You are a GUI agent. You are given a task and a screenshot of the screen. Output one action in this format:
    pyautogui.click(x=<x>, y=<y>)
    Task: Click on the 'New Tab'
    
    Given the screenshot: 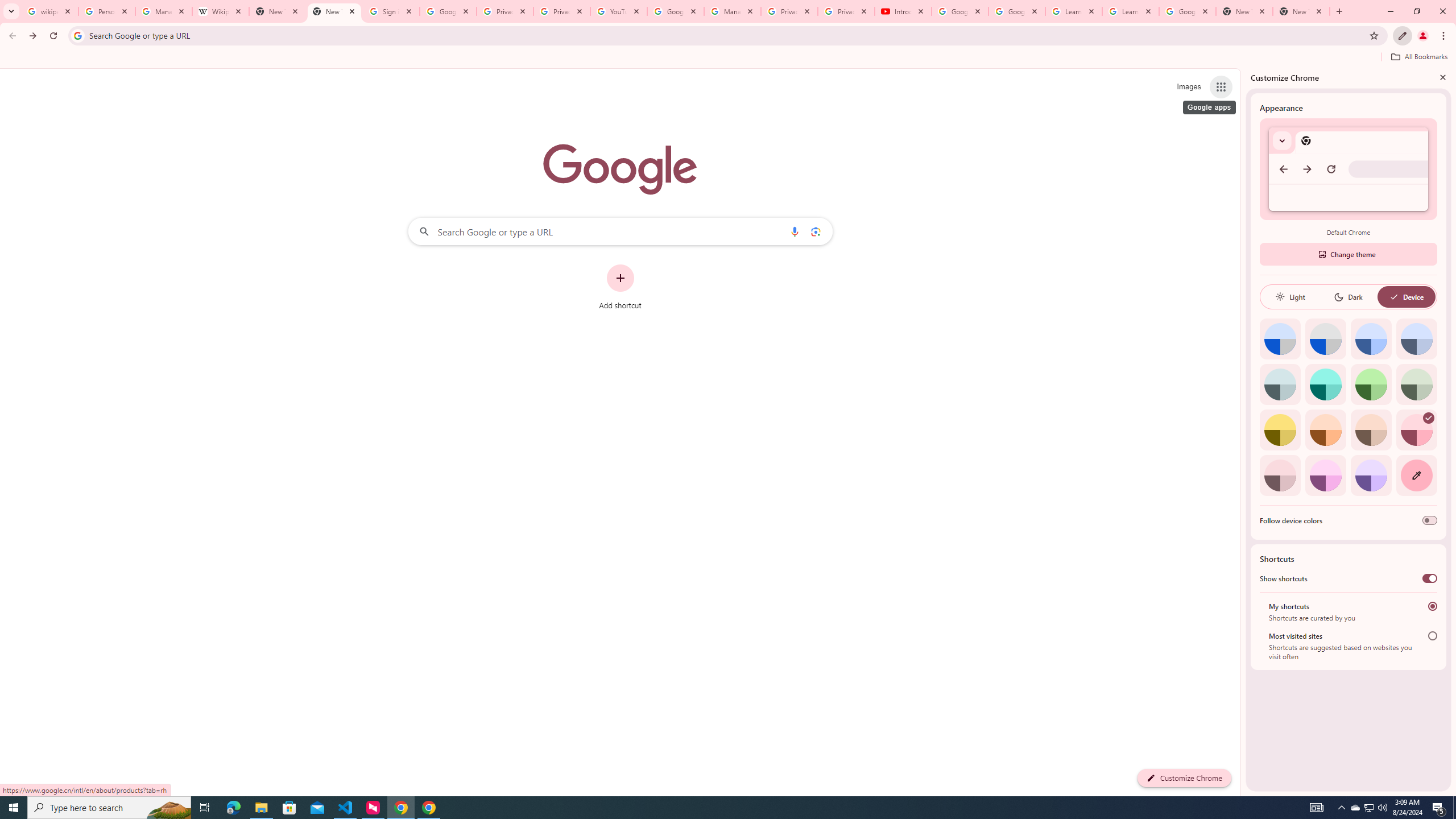 What is the action you would take?
    pyautogui.click(x=1301, y=11)
    